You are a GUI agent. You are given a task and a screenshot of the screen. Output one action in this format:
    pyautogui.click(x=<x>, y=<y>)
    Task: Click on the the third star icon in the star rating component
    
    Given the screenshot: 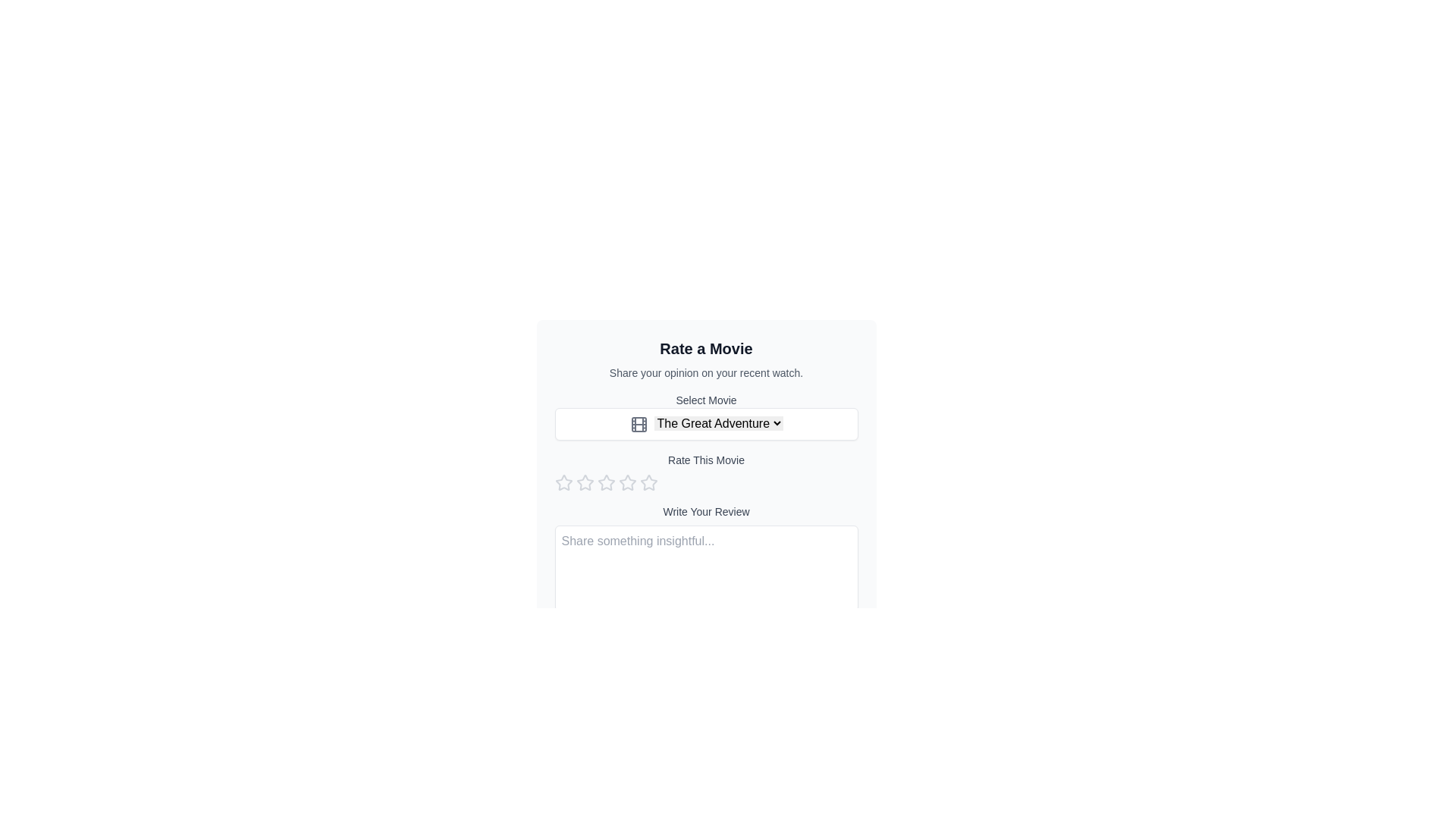 What is the action you would take?
    pyautogui.click(x=605, y=482)
    